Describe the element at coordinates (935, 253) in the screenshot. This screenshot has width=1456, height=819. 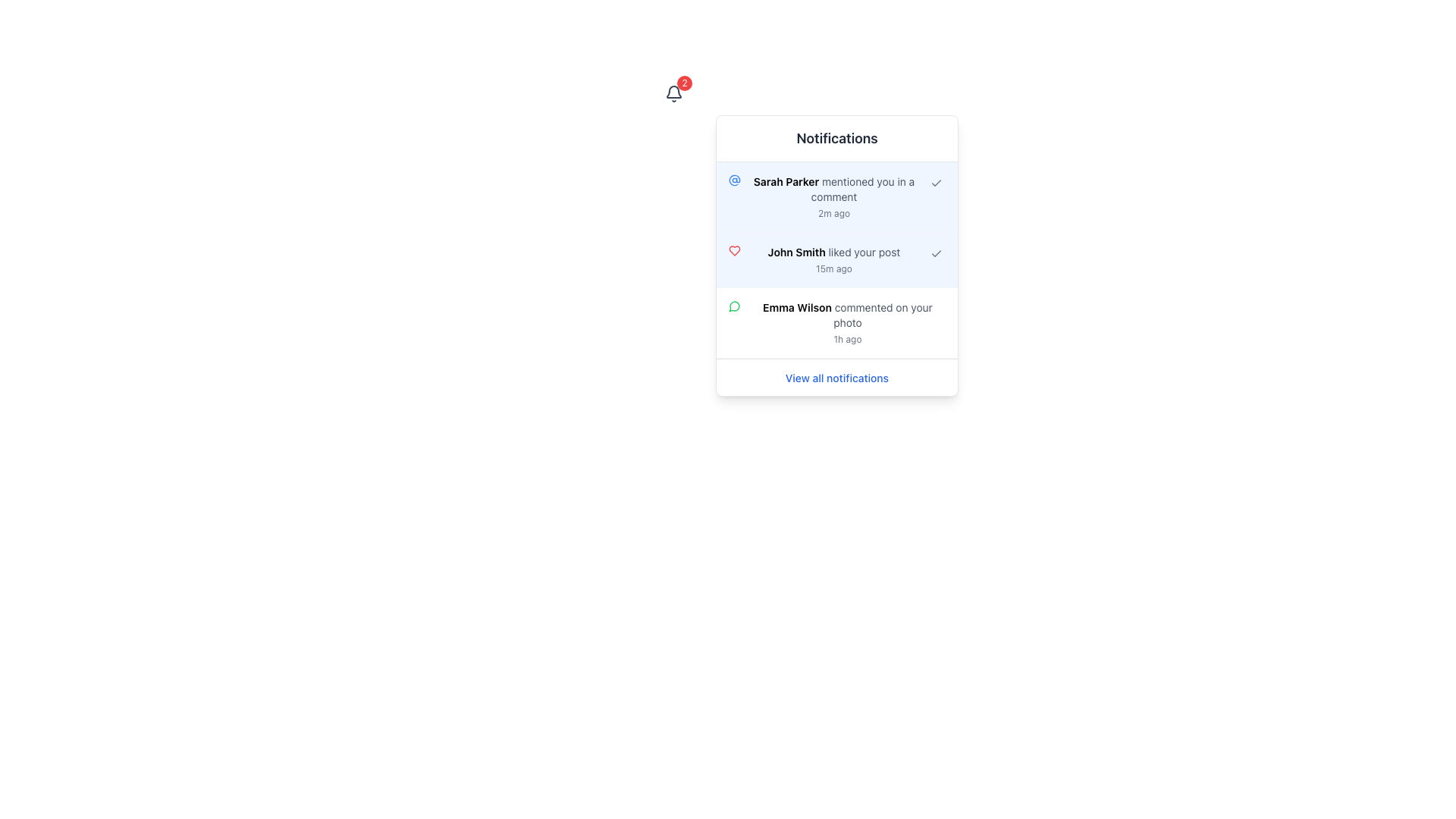
I see `the button on the far right of the notification entry "John Smith liked your post 15m ago" to mark the notification as read` at that location.